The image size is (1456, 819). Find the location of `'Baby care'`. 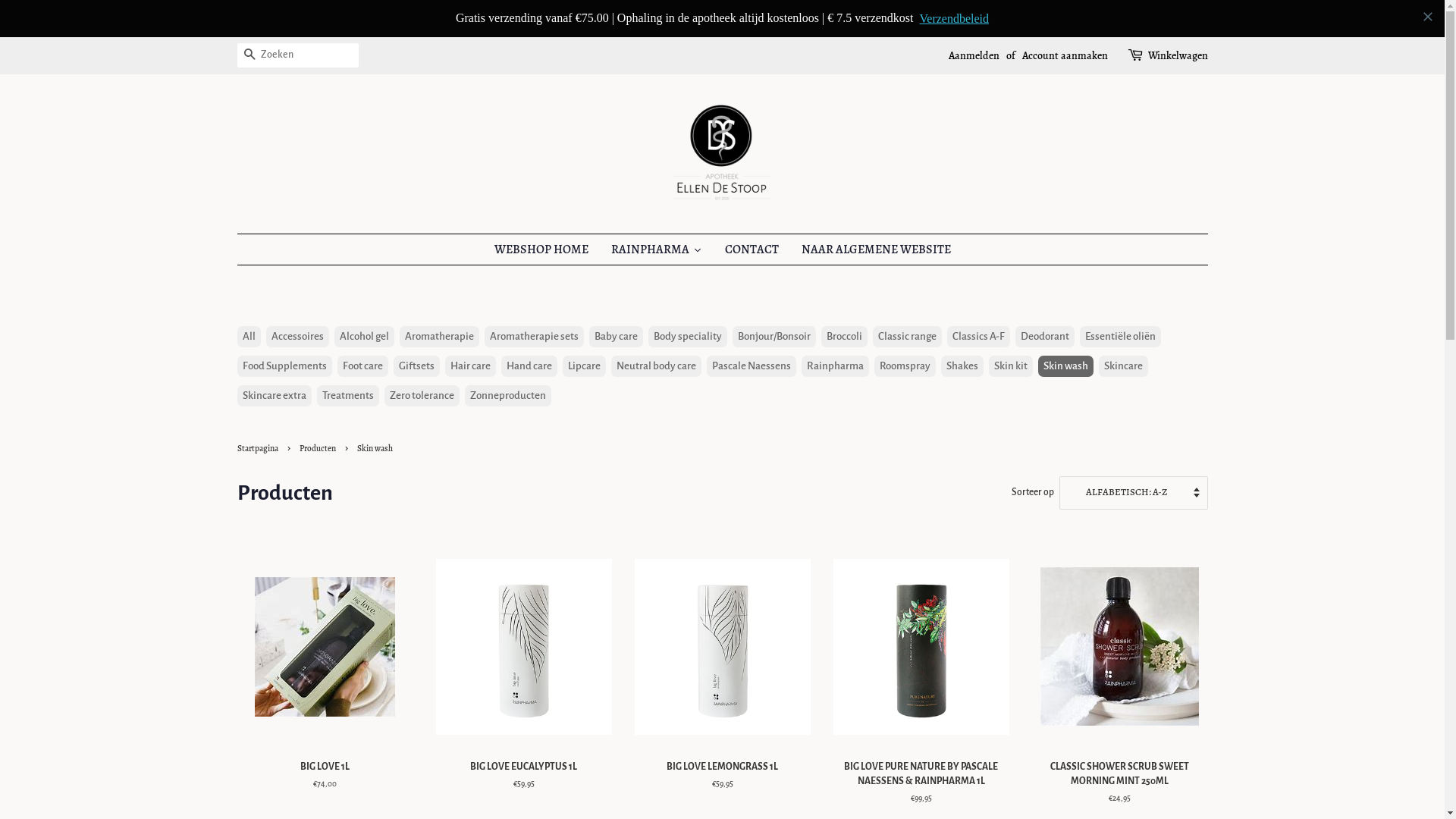

'Baby care' is located at coordinates (588, 300).